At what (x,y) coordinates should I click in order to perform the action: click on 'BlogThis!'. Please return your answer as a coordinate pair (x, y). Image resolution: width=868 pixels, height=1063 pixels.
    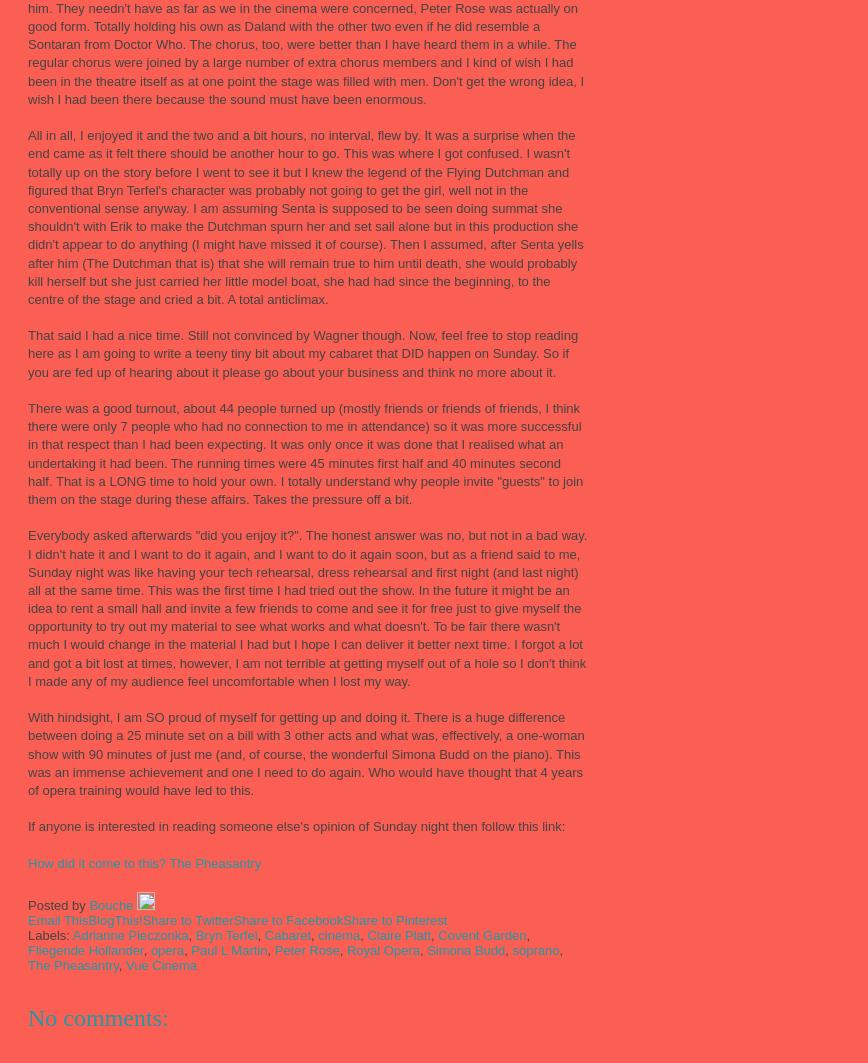
    Looking at the image, I should click on (115, 919).